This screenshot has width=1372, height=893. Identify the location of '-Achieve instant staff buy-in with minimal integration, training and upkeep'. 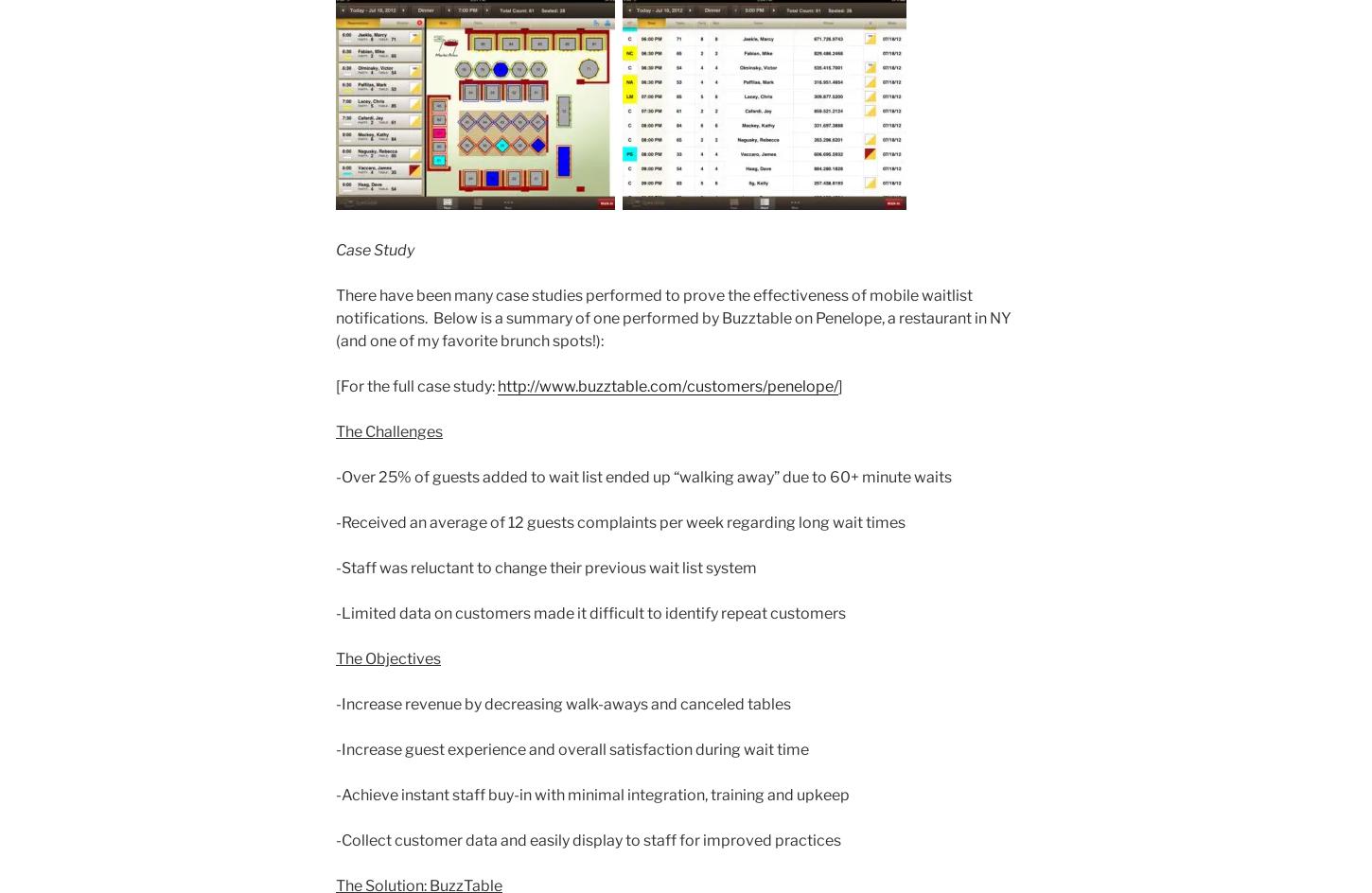
(591, 795).